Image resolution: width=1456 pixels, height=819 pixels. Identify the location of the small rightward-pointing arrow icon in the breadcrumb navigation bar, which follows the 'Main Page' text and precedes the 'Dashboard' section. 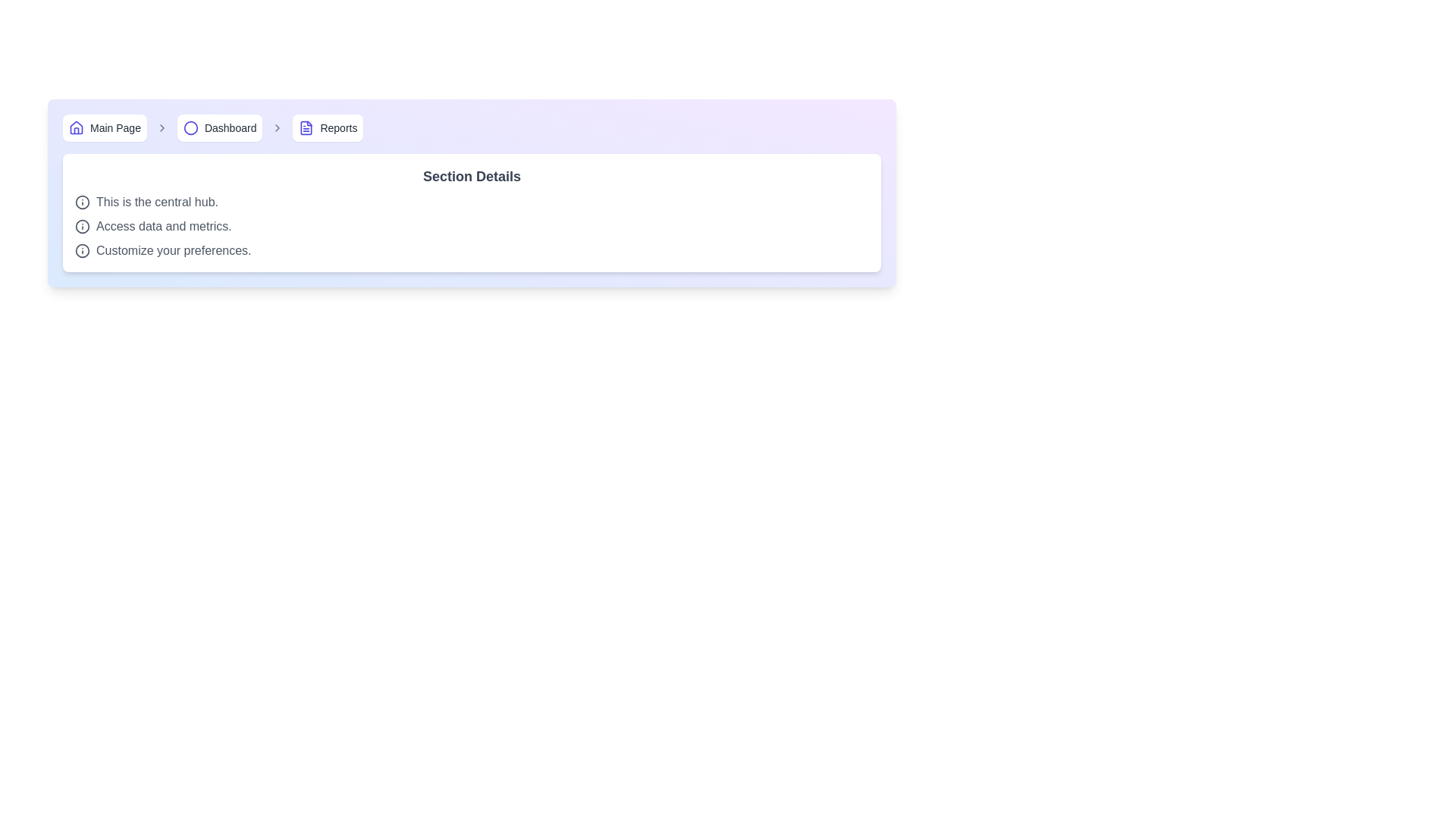
(162, 127).